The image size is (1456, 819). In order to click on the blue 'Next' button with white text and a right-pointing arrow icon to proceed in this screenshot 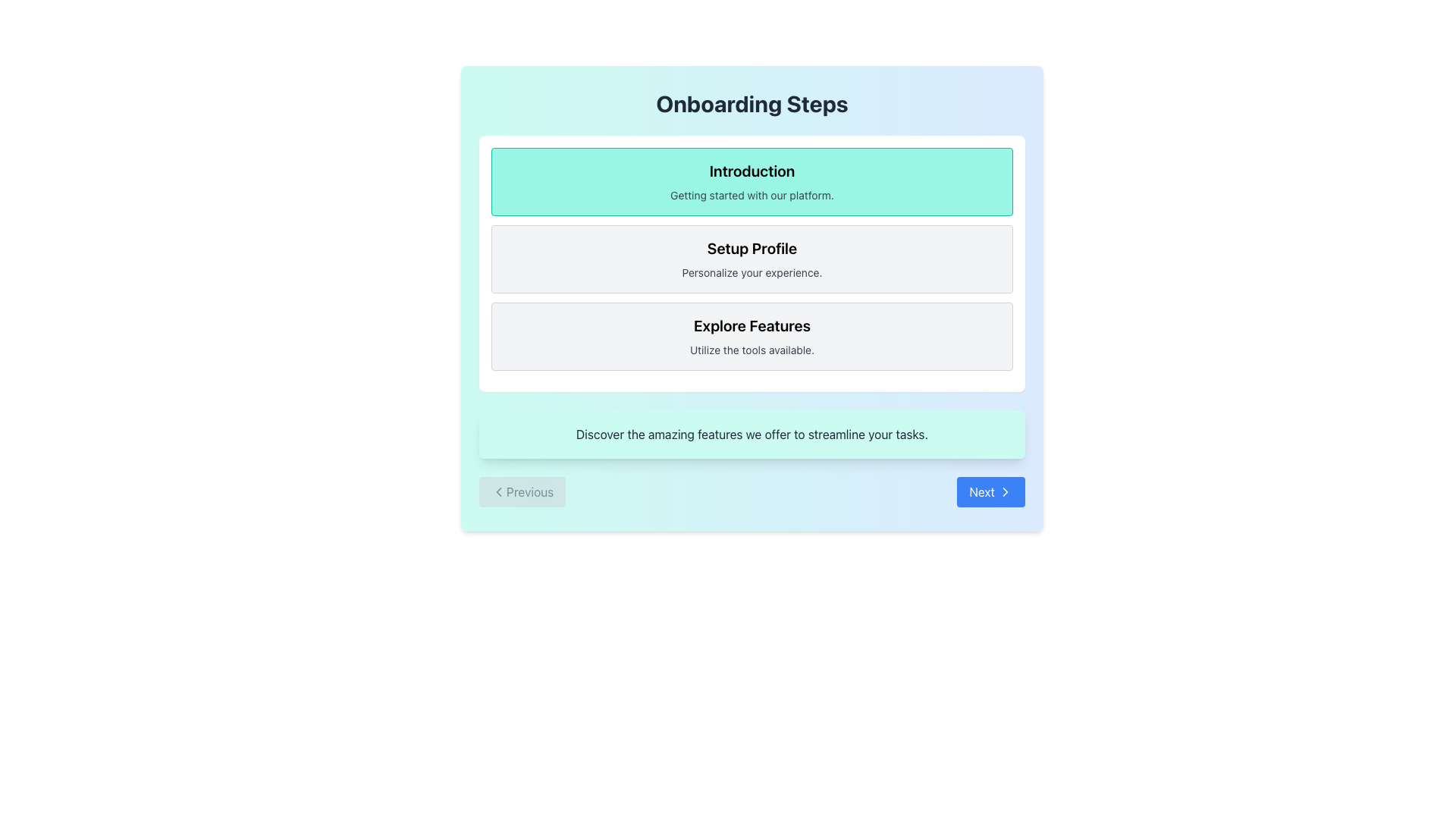, I will do `click(991, 491)`.